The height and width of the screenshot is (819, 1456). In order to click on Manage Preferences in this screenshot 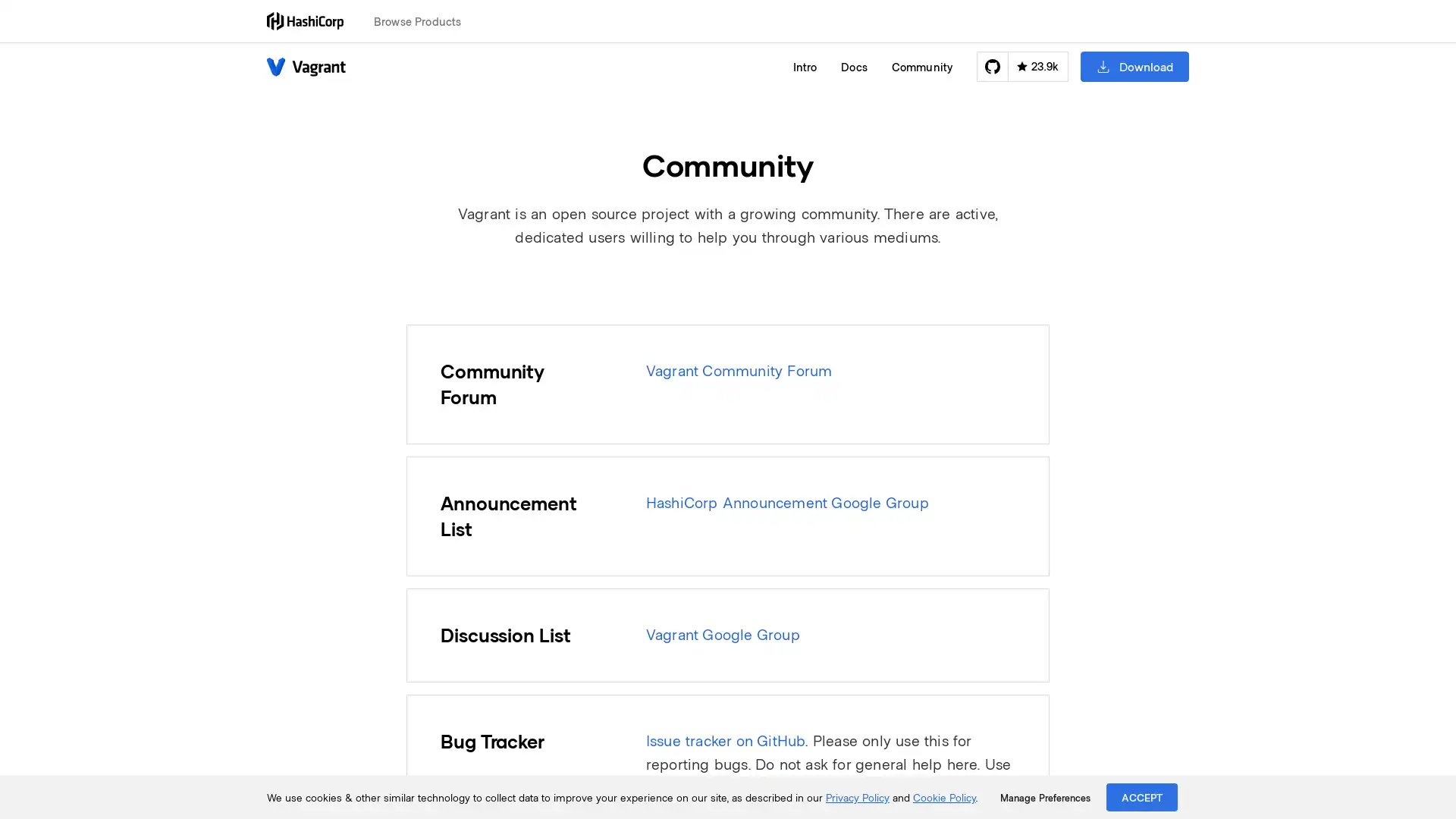, I will do `click(1044, 797)`.